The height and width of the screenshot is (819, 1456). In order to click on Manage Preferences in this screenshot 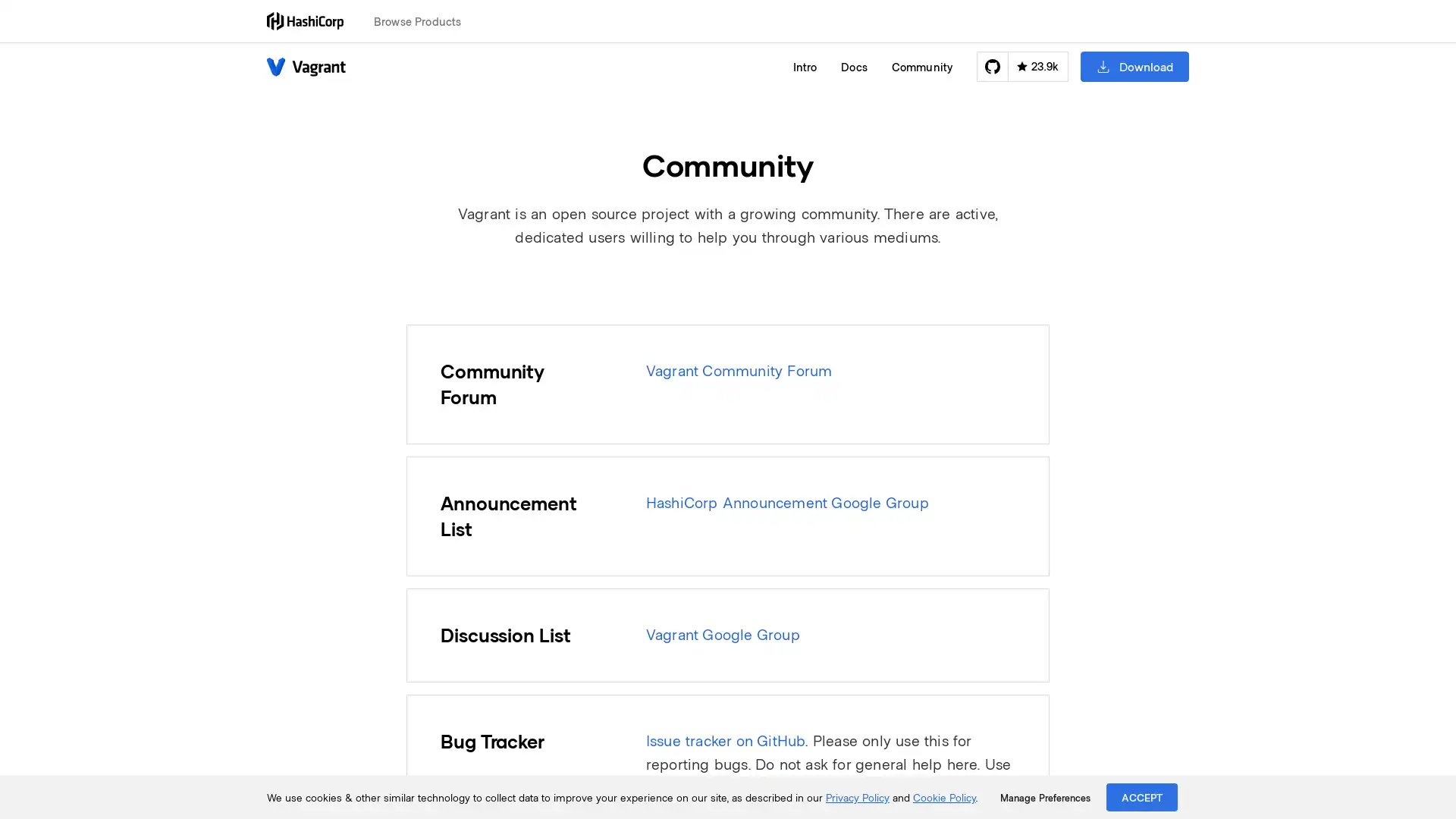, I will do `click(1044, 797)`.